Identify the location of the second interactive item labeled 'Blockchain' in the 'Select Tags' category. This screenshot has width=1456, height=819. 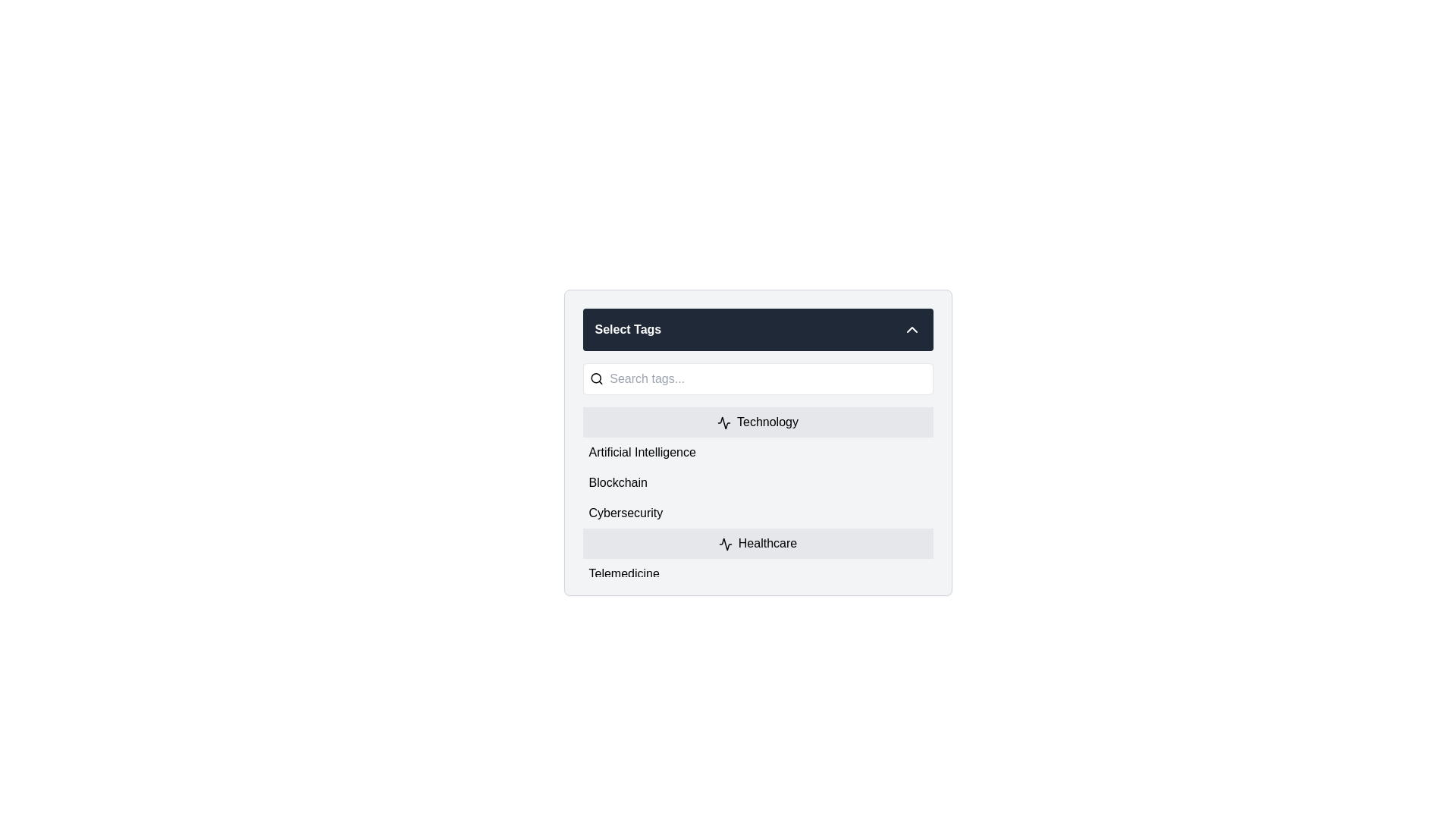
(758, 482).